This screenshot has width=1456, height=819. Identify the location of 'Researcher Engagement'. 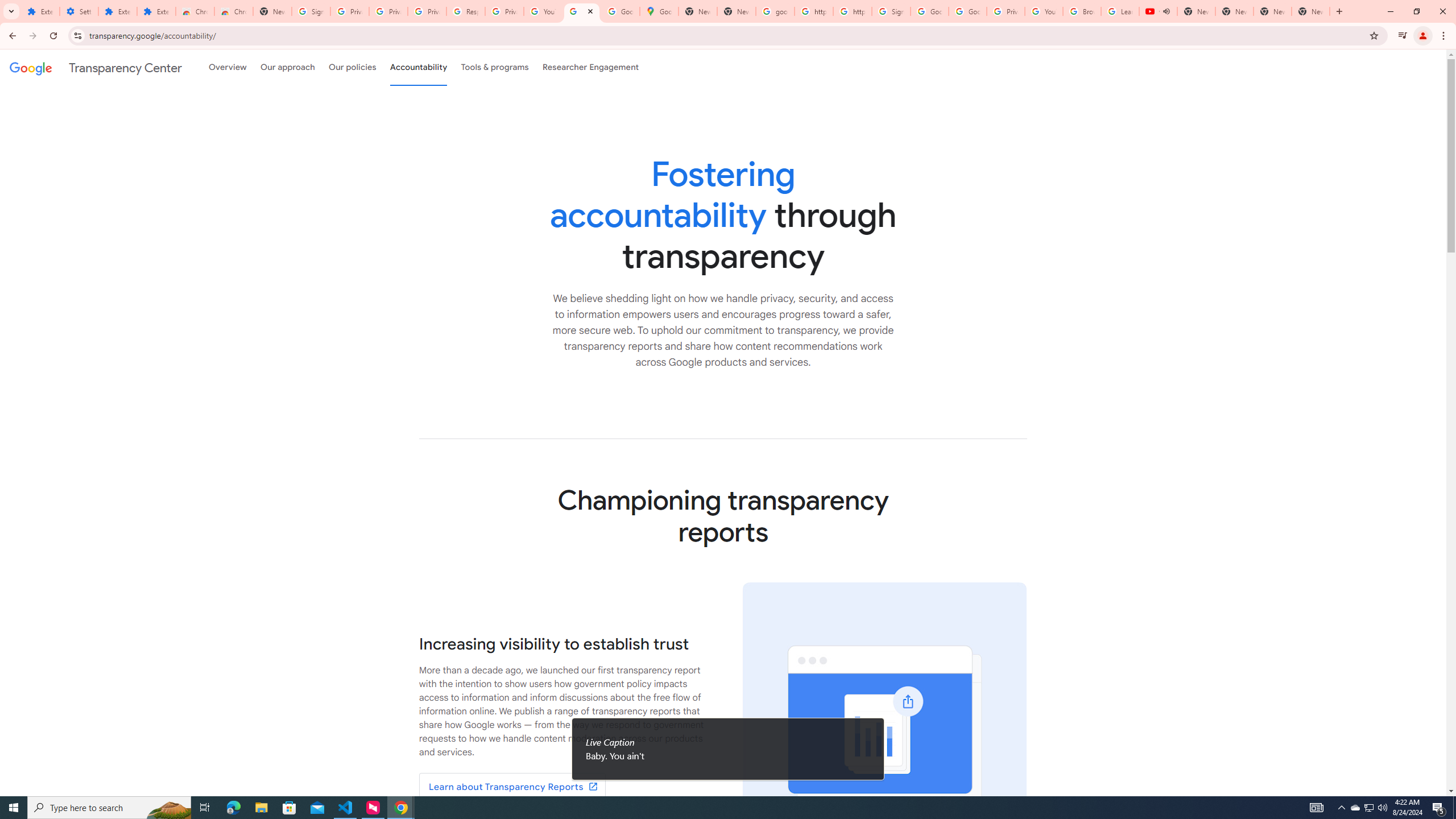
(591, 67).